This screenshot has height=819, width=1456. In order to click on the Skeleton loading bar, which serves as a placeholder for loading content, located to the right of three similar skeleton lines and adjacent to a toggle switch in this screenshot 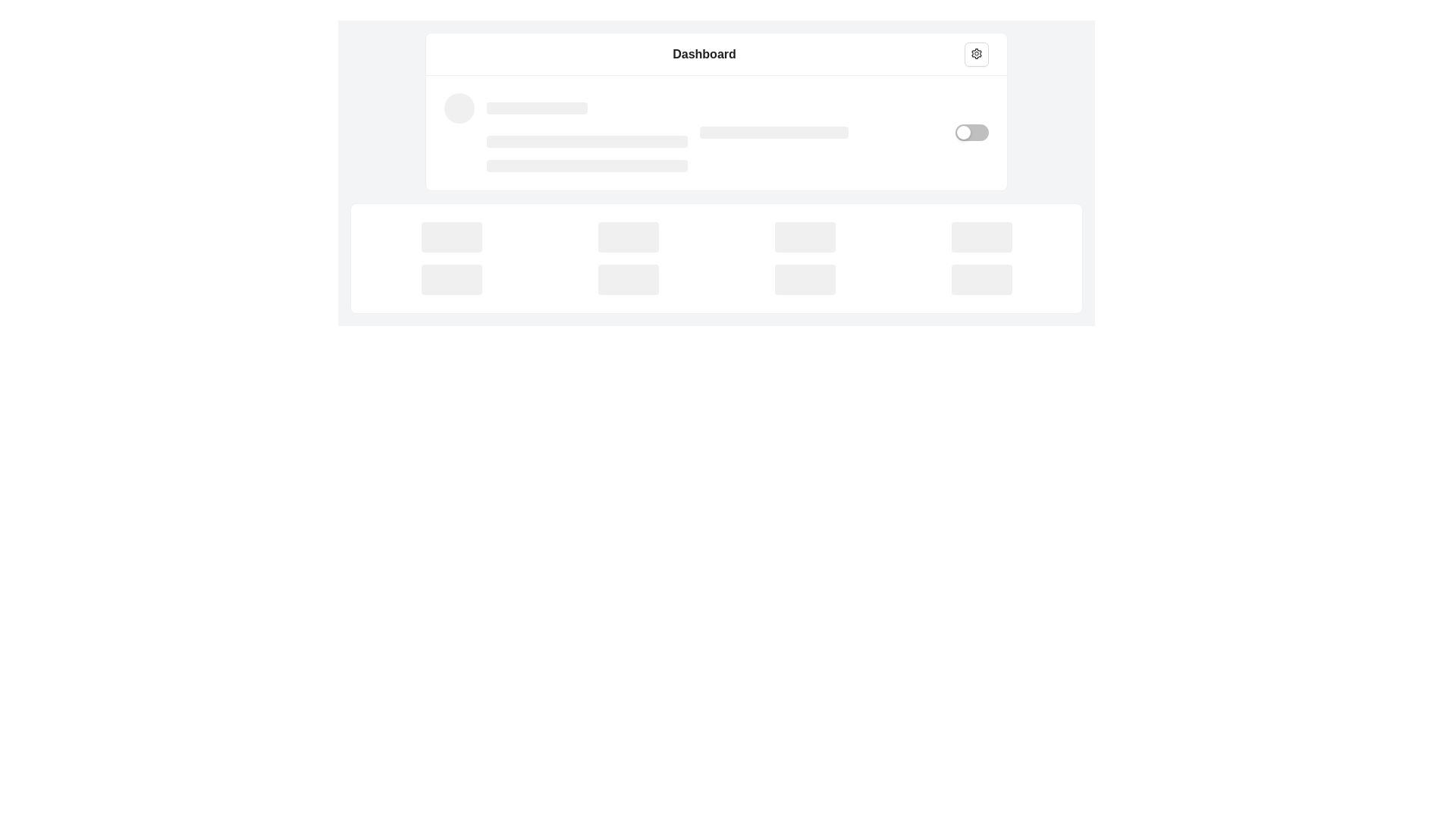, I will do `click(821, 131)`.